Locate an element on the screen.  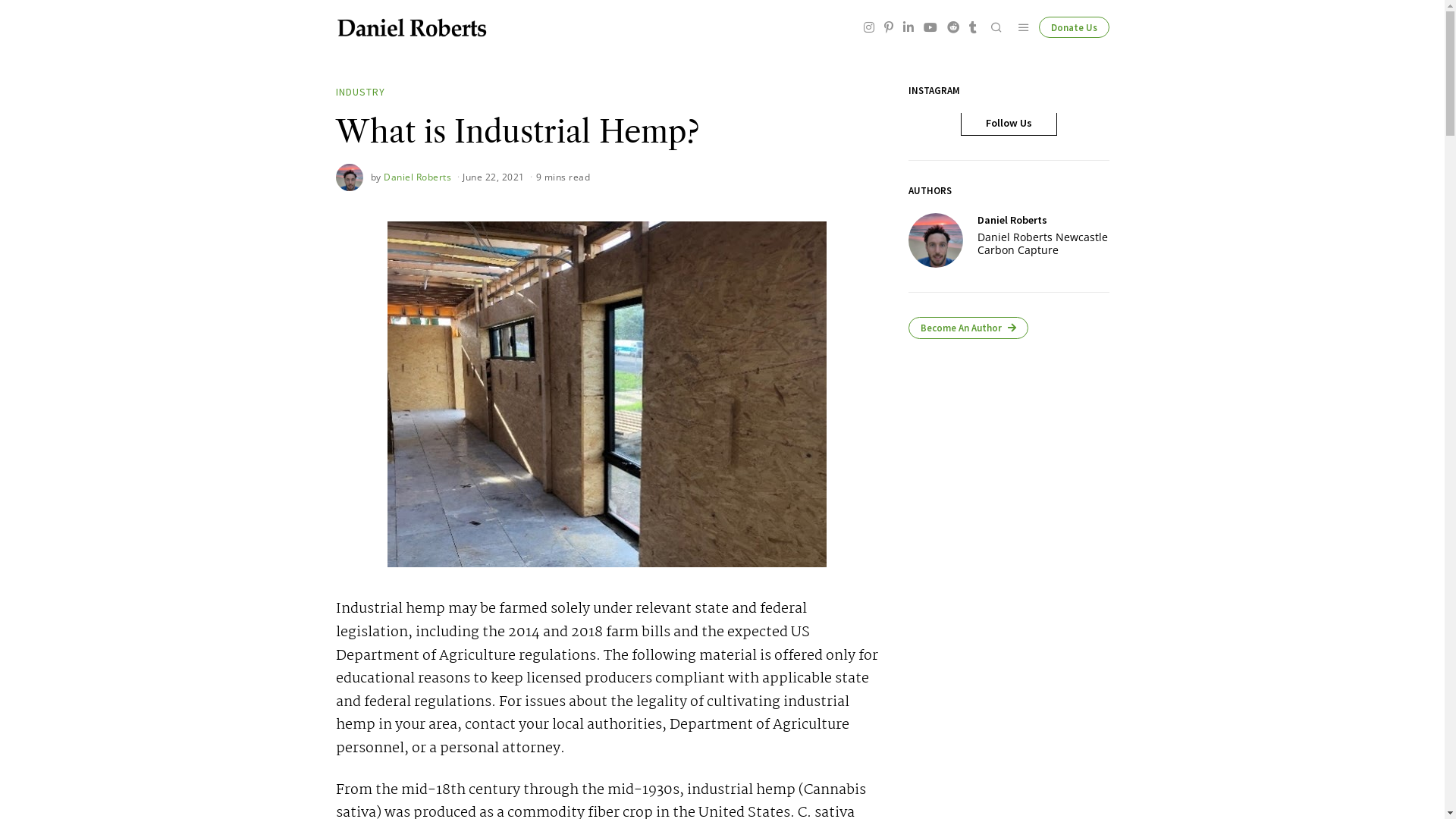
'Pinterest' is located at coordinates (888, 27).